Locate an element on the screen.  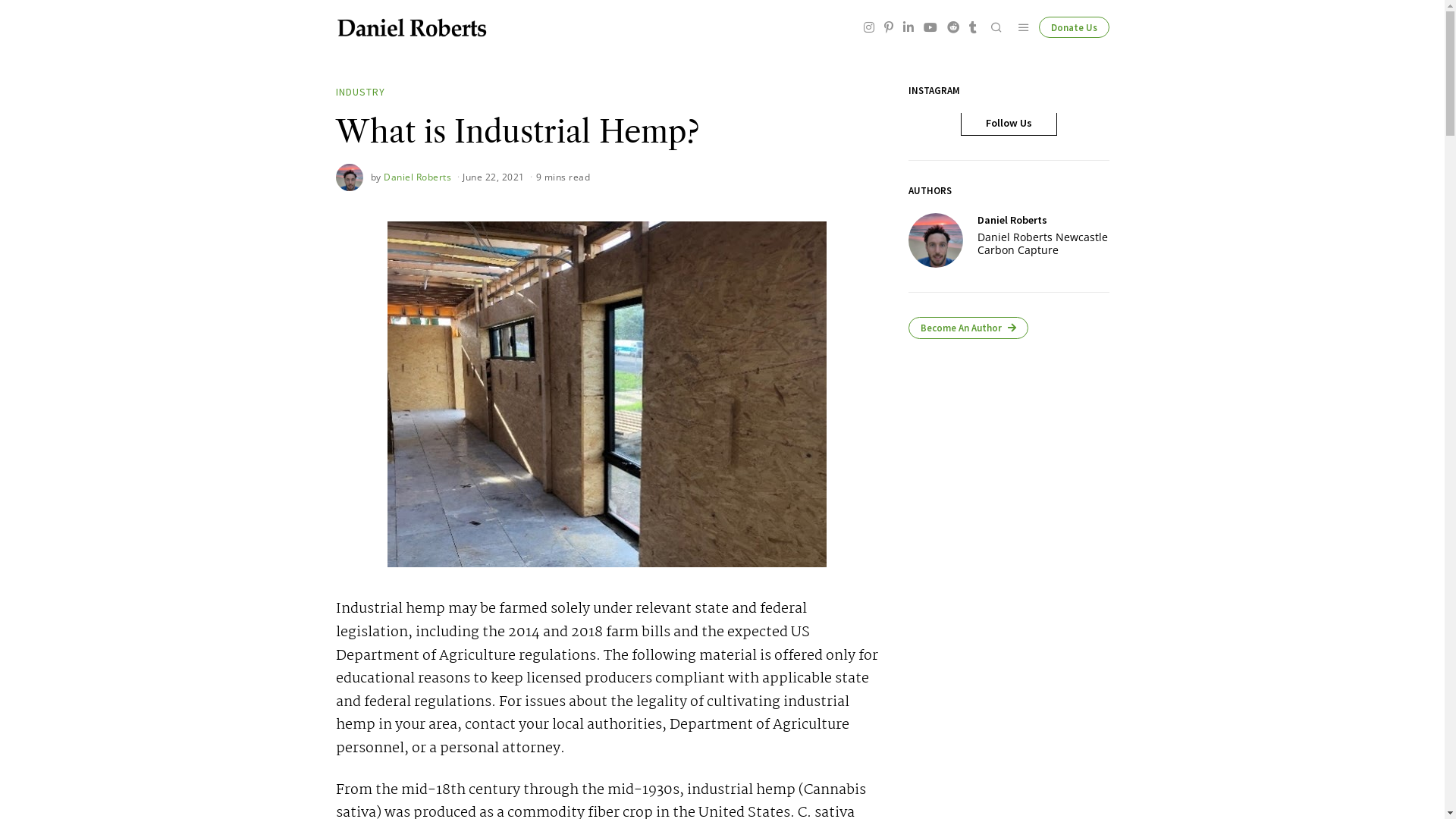
'Pinterest' is located at coordinates (888, 27).